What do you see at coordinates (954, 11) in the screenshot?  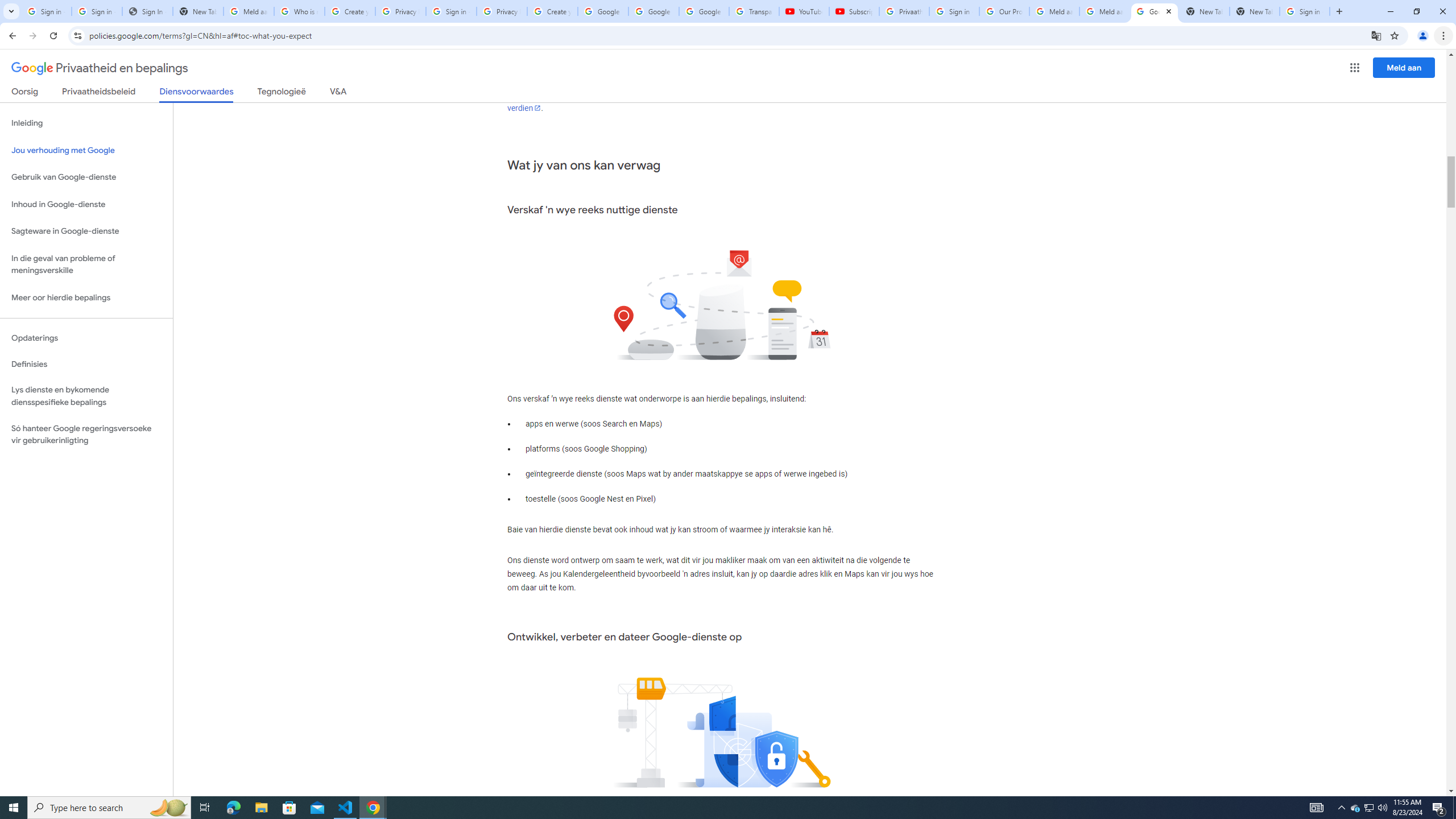 I see `'Sign in - Google Accounts'` at bounding box center [954, 11].